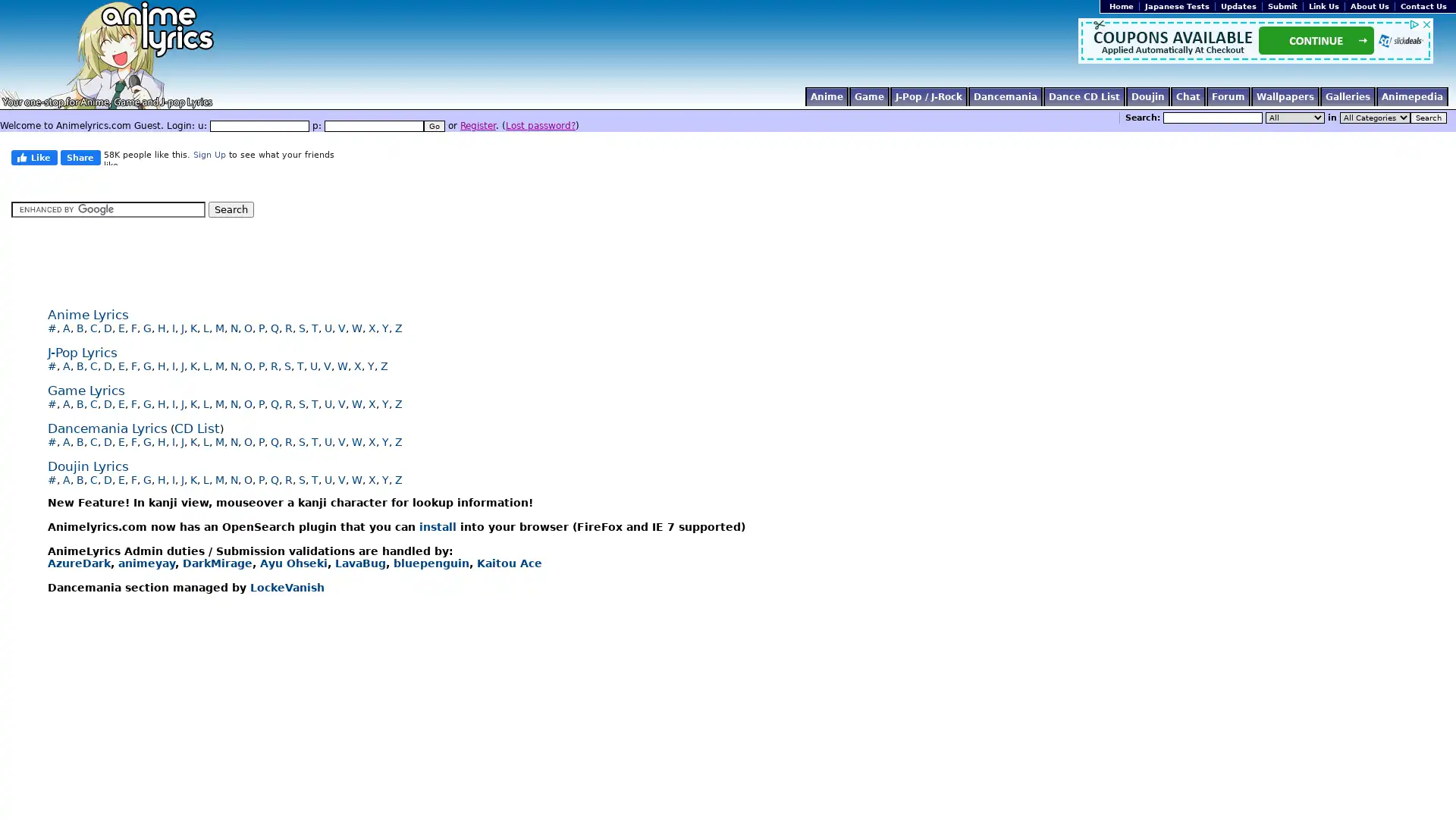 The width and height of the screenshot is (1456, 819). I want to click on Go, so click(433, 125).